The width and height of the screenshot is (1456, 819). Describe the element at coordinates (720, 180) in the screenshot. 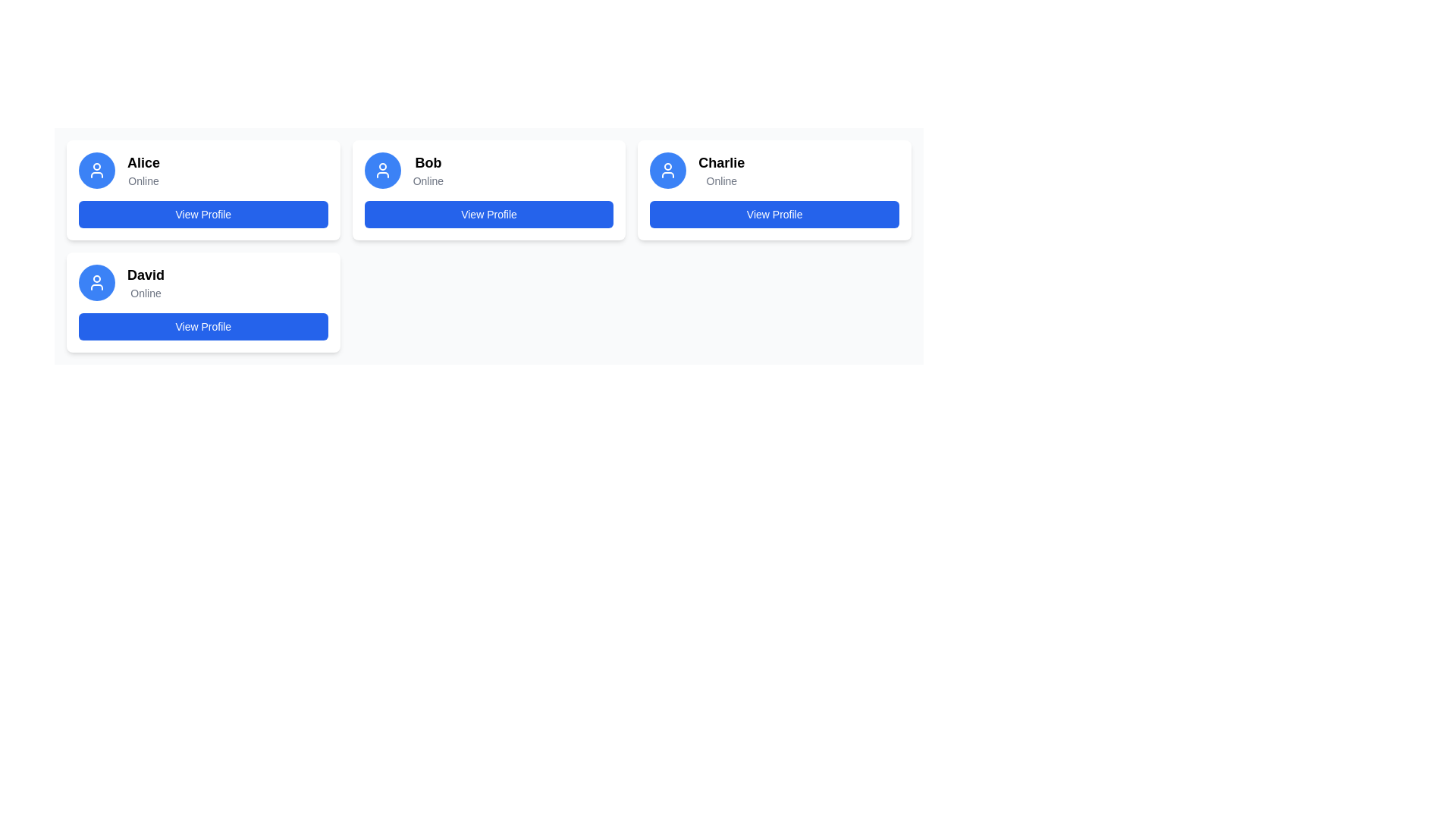

I see `the static text label indicating the online status of the user labeled 'Charlie', which is located at the bottom-center of the section labeled 'Charlie'` at that location.